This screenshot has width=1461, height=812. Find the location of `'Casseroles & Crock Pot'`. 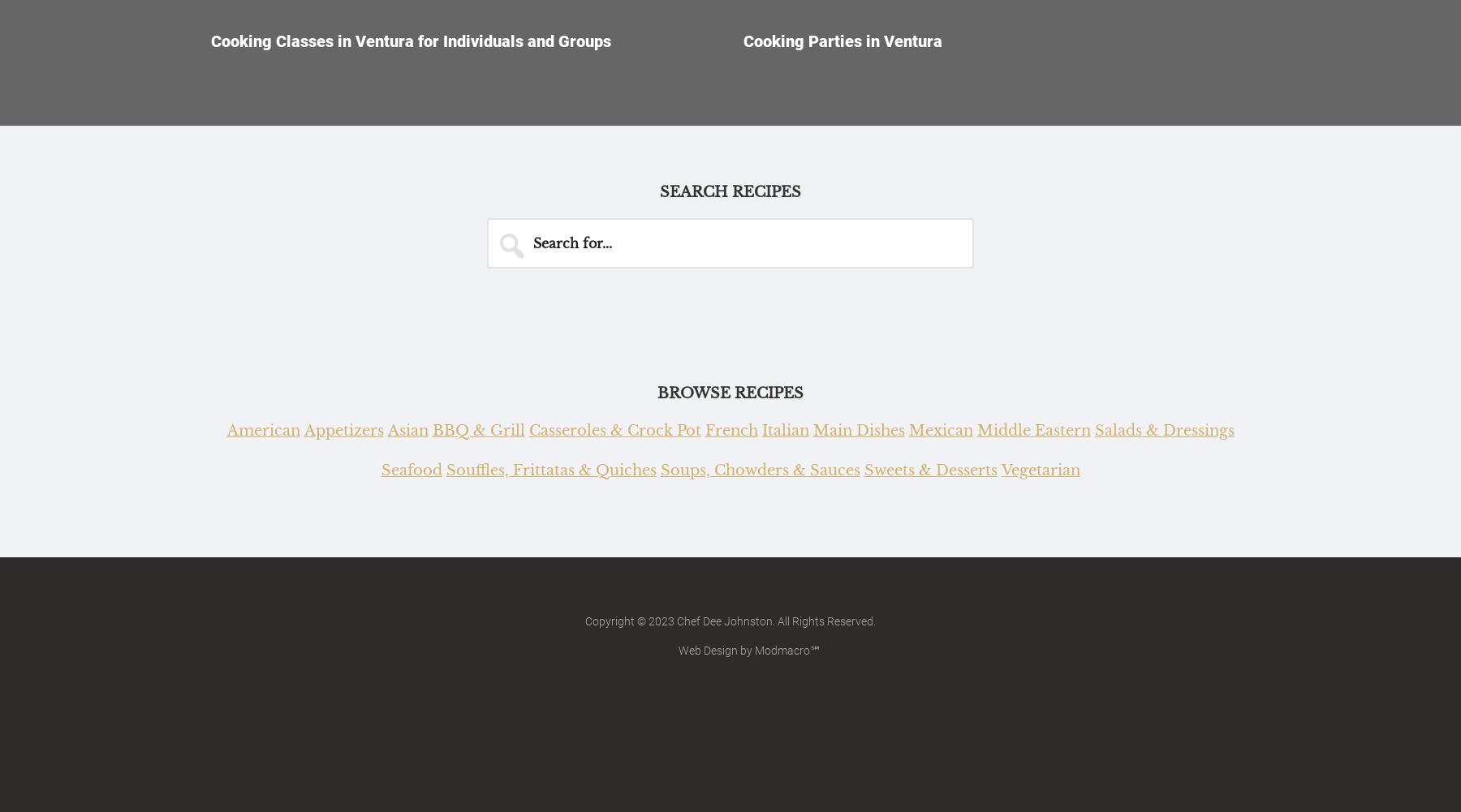

'Casseroles & Crock Pot' is located at coordinates (614, 429).